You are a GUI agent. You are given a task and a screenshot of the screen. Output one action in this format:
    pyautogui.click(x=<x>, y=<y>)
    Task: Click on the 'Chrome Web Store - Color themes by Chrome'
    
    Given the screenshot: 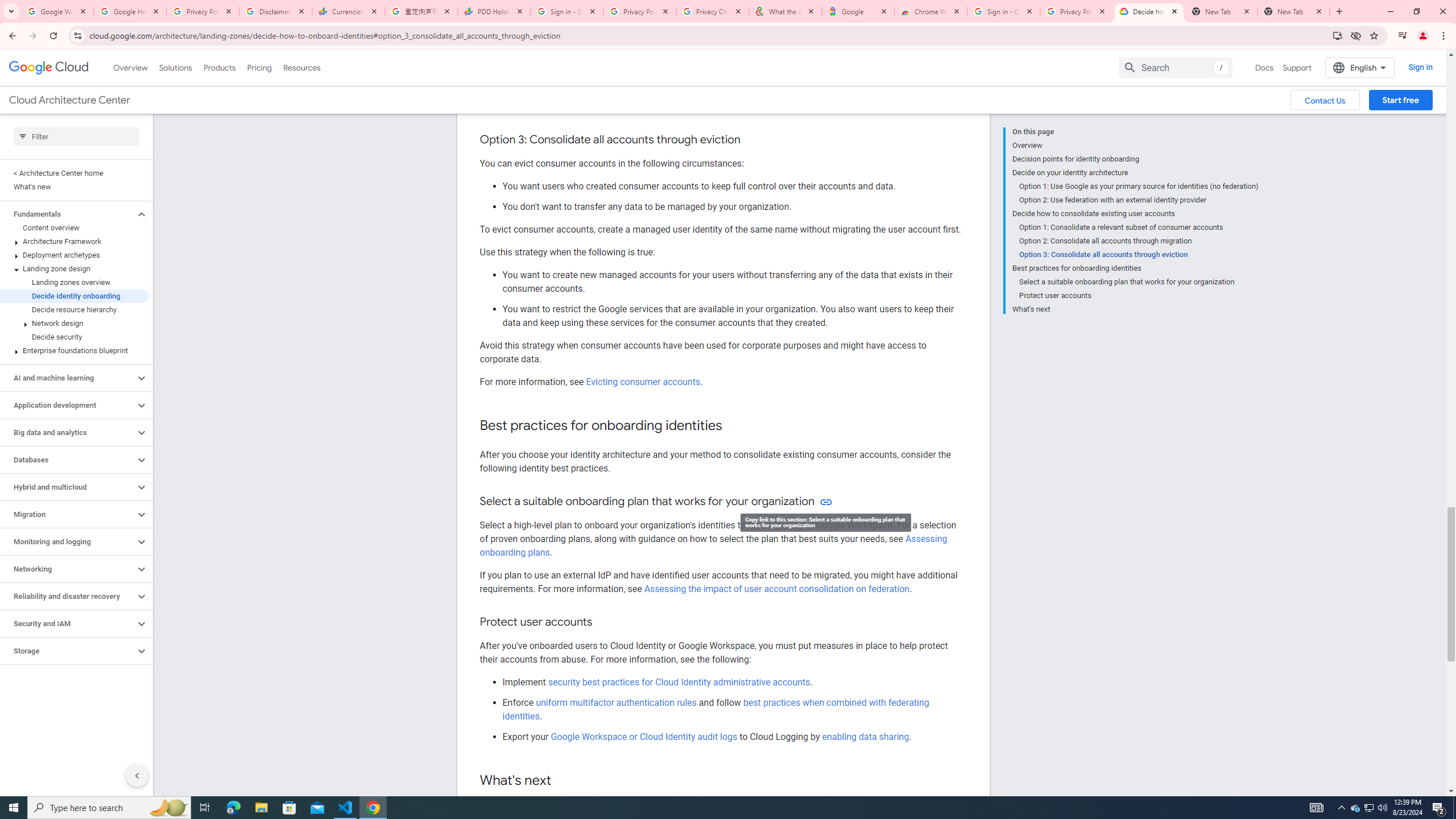 What is the action you would take?
    pyautogui.click(x=930, y=11)
    